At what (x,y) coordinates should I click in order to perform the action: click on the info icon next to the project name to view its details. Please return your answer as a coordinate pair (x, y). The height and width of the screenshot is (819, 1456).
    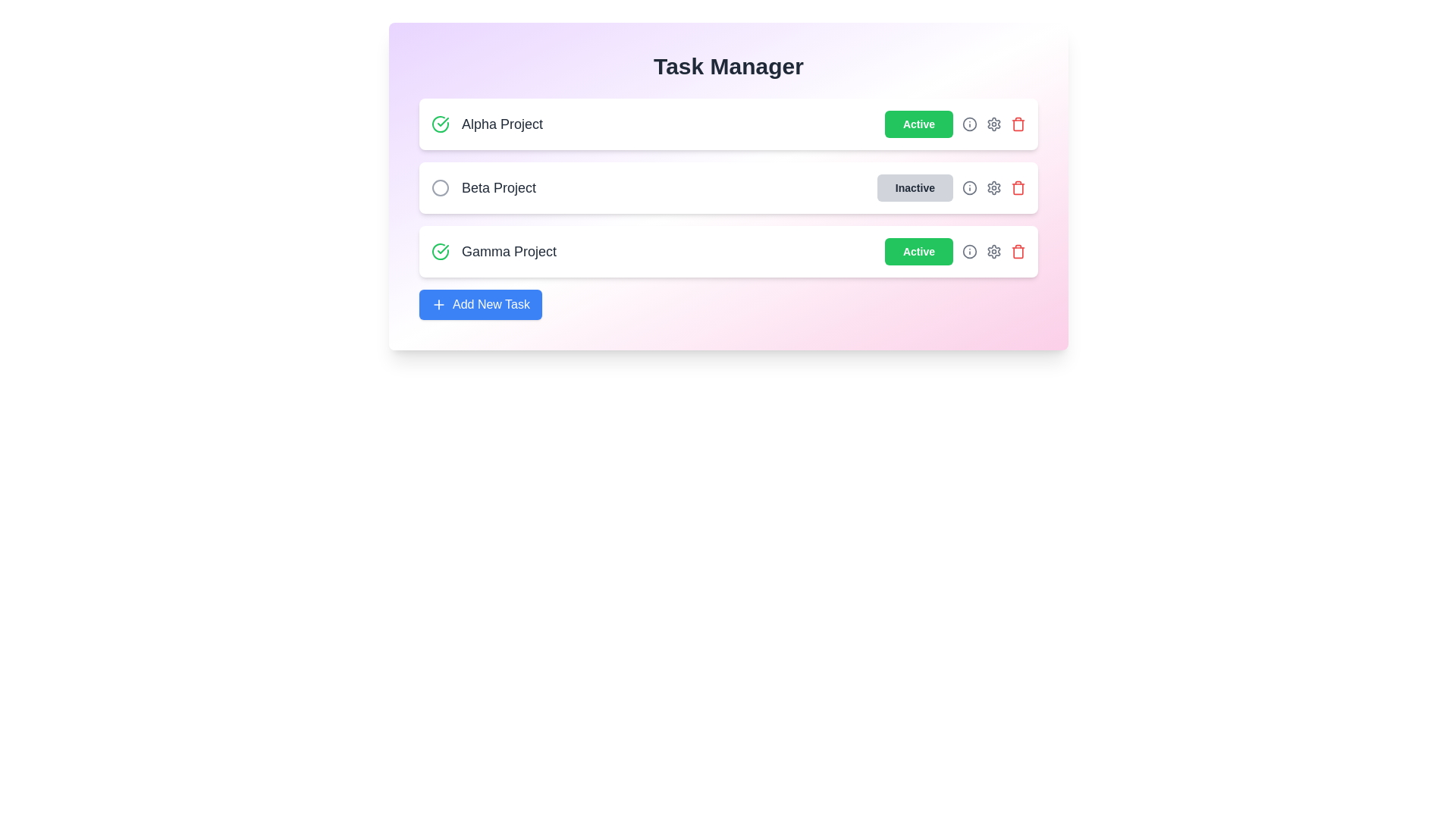
    Looking at the image, I should click on (968, 124).